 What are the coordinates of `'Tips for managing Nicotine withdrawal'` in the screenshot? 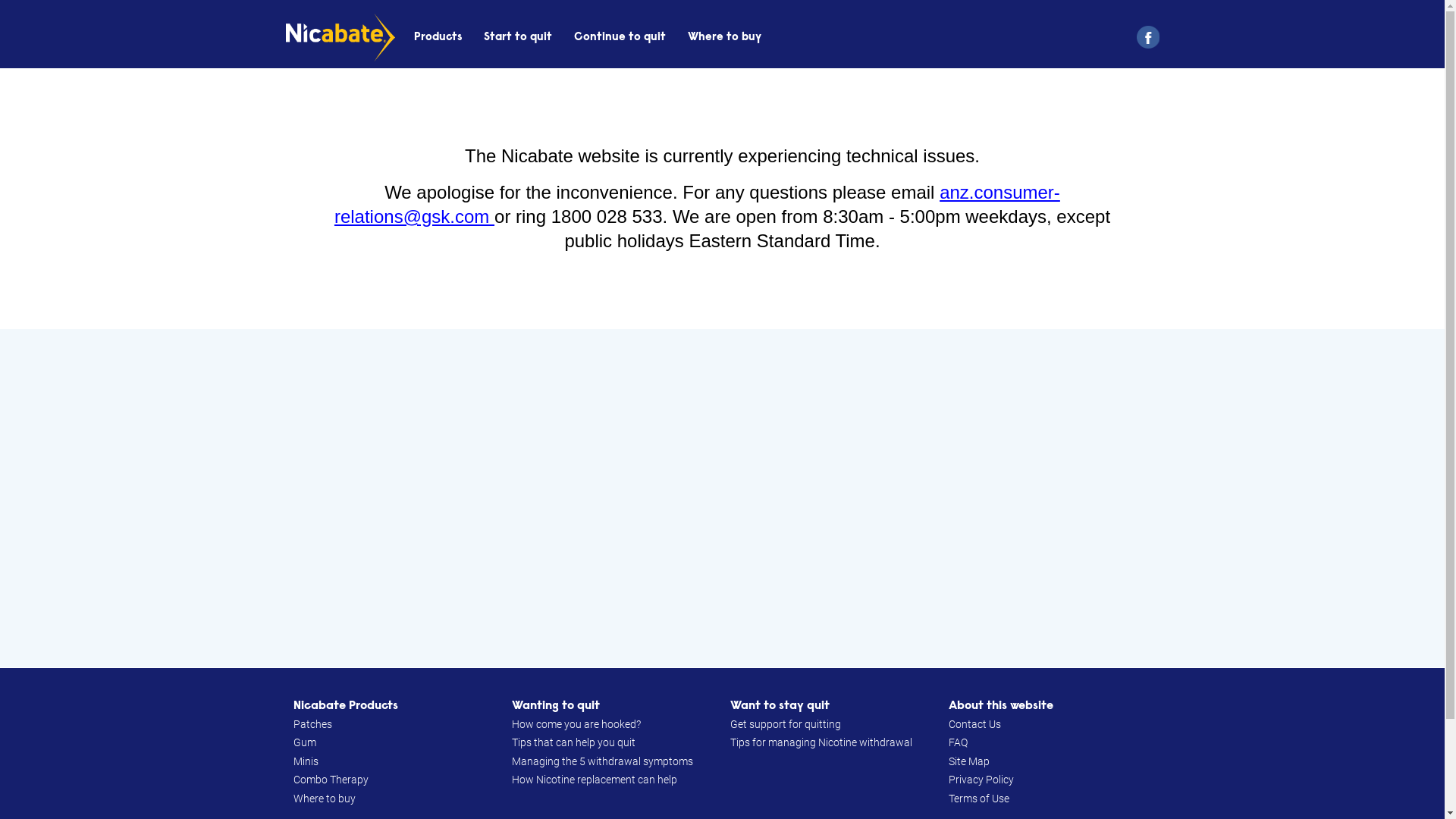 It's located at (819, 742).